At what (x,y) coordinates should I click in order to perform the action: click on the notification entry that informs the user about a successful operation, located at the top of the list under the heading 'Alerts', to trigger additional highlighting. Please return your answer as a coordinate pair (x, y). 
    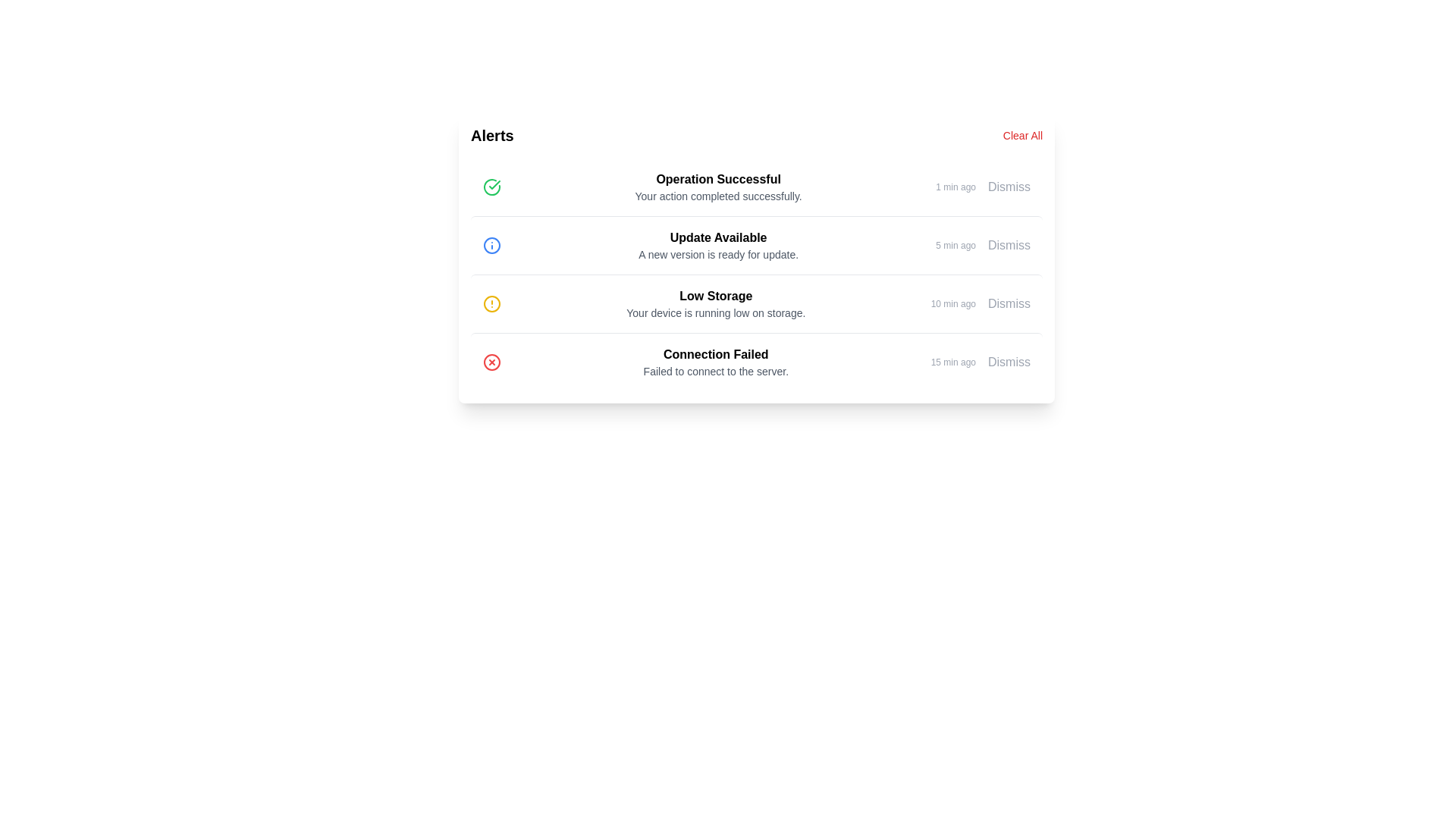
    Looking at the image, I should click on (757, 186).